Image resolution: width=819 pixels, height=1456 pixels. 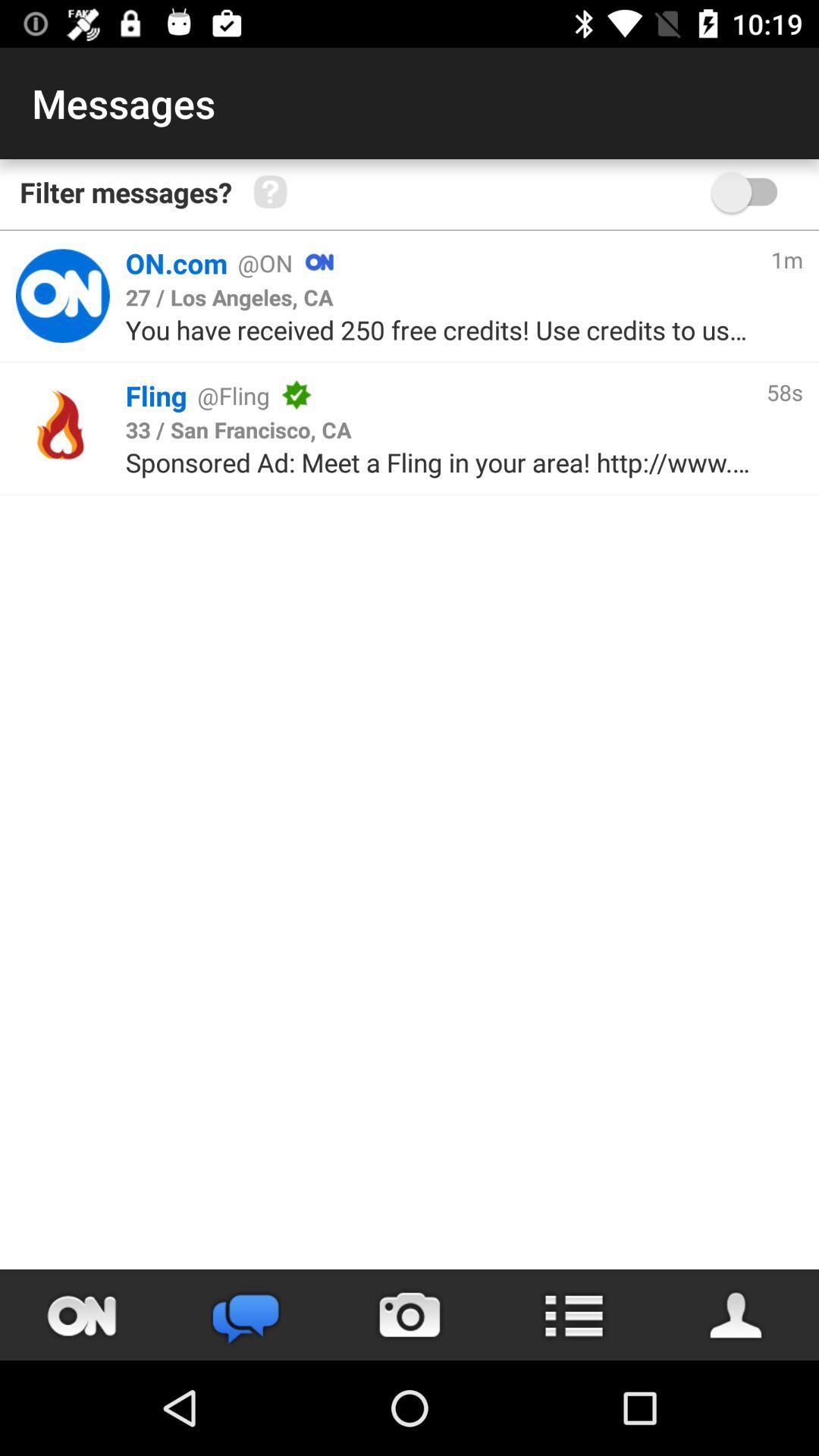 What do you see at coordinates (786, 259) in the screenshot?
I see `1m icon` at bounding box center [786, 259].